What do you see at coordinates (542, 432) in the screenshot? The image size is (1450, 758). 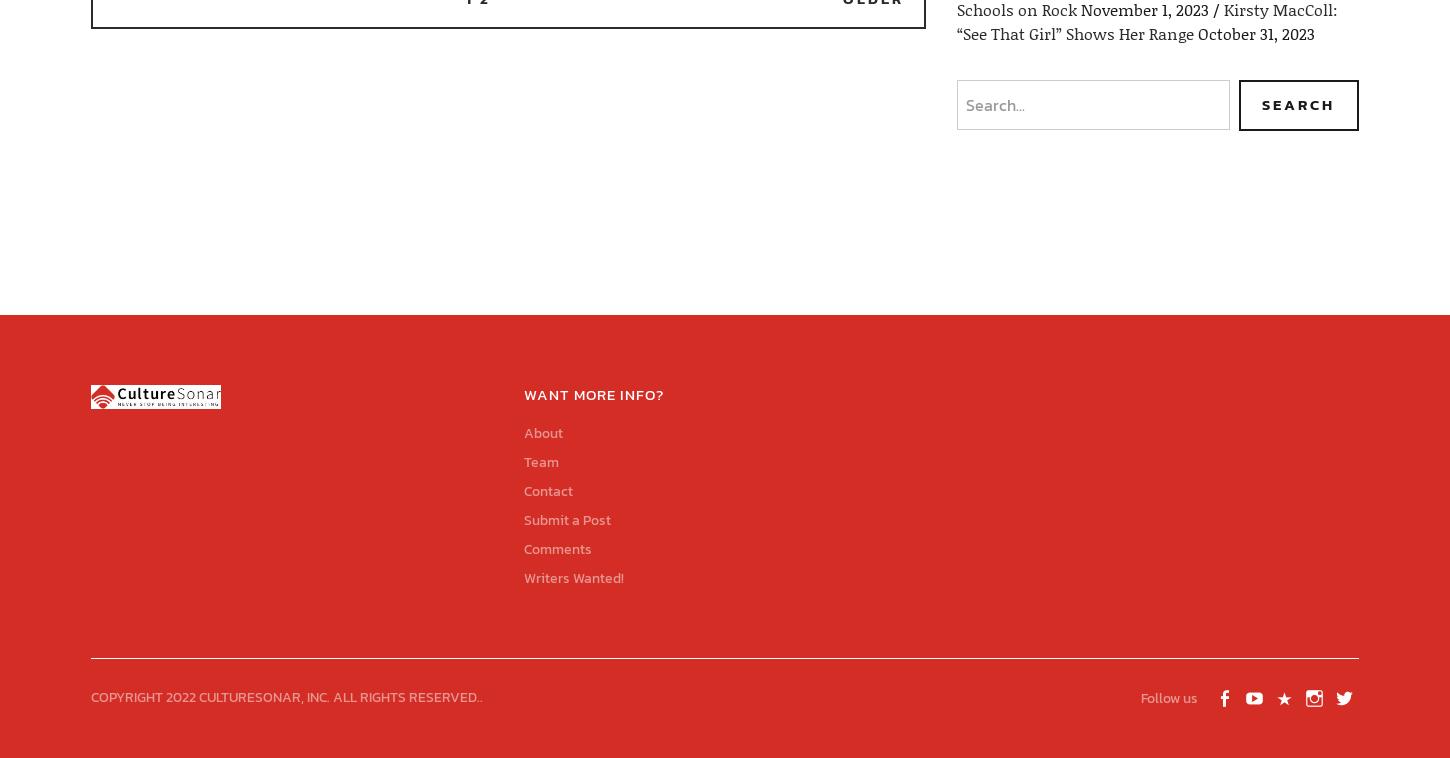 I see `'About'` at bounding box center [542, 432].